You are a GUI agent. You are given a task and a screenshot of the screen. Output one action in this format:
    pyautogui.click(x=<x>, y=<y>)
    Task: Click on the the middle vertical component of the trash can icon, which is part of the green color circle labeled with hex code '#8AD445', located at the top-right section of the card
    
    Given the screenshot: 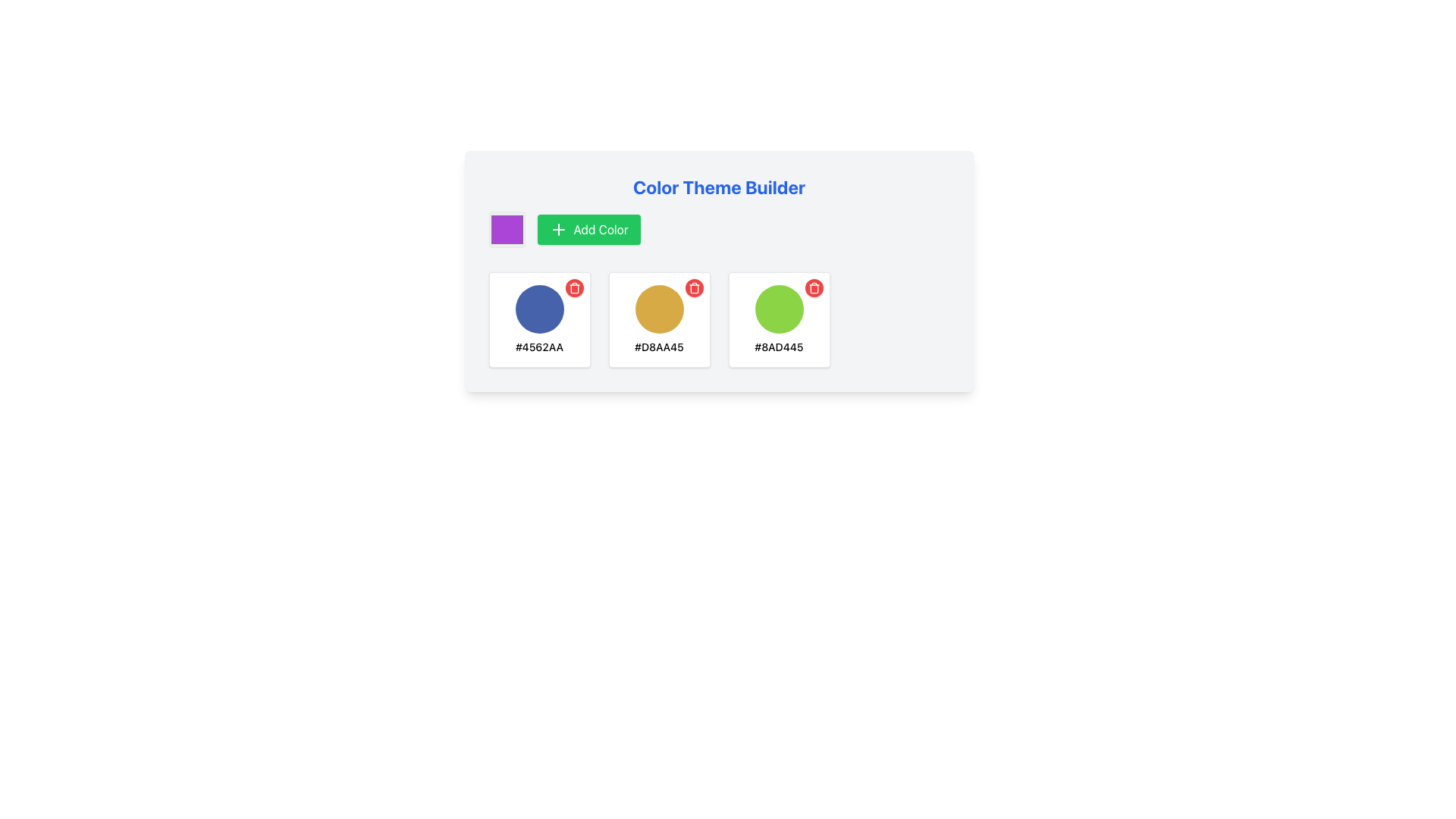 What is the action you would take?
    pyautogui.click(x=693, y=289)
    